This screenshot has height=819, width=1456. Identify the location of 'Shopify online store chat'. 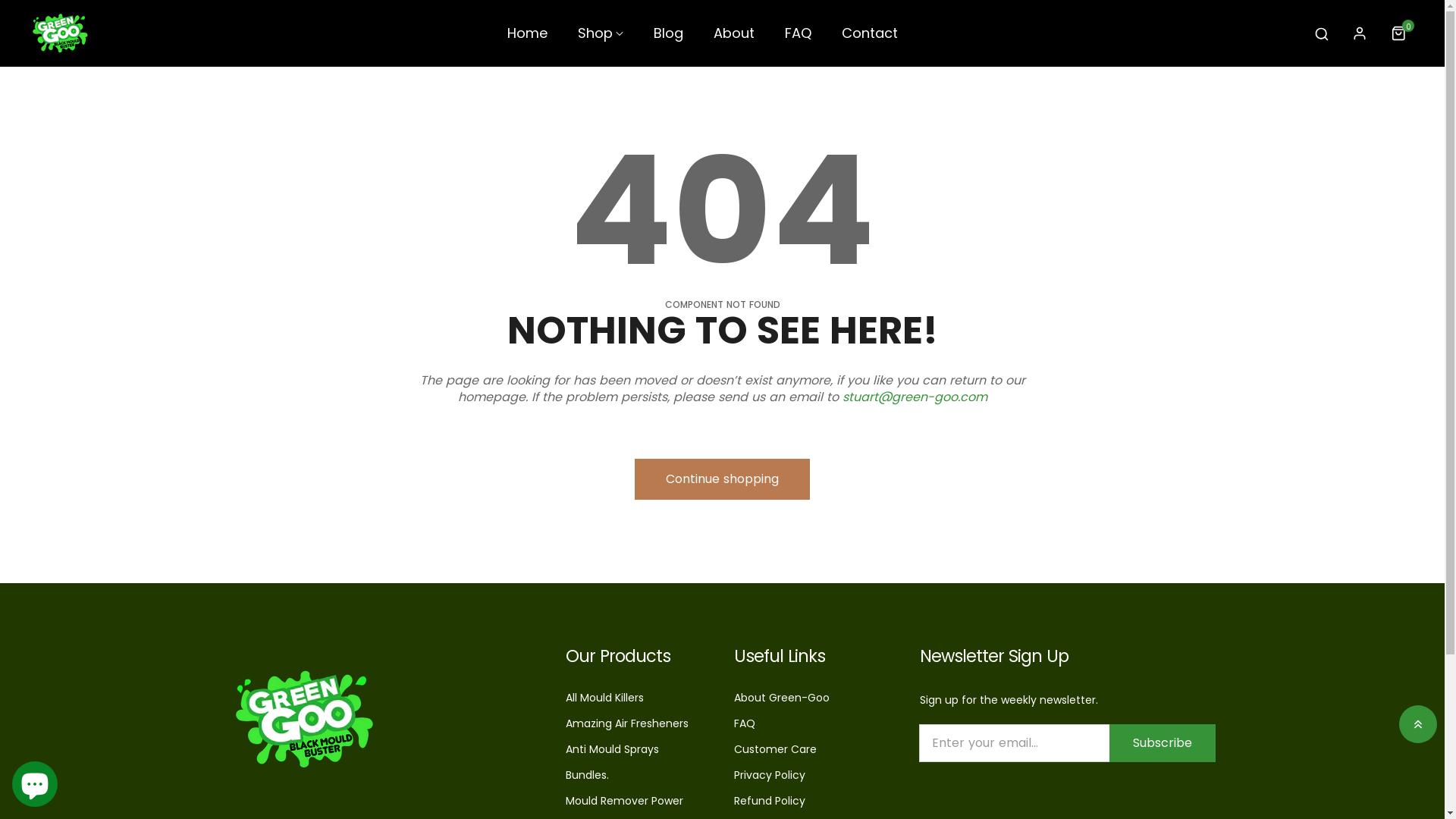
(35, 780).